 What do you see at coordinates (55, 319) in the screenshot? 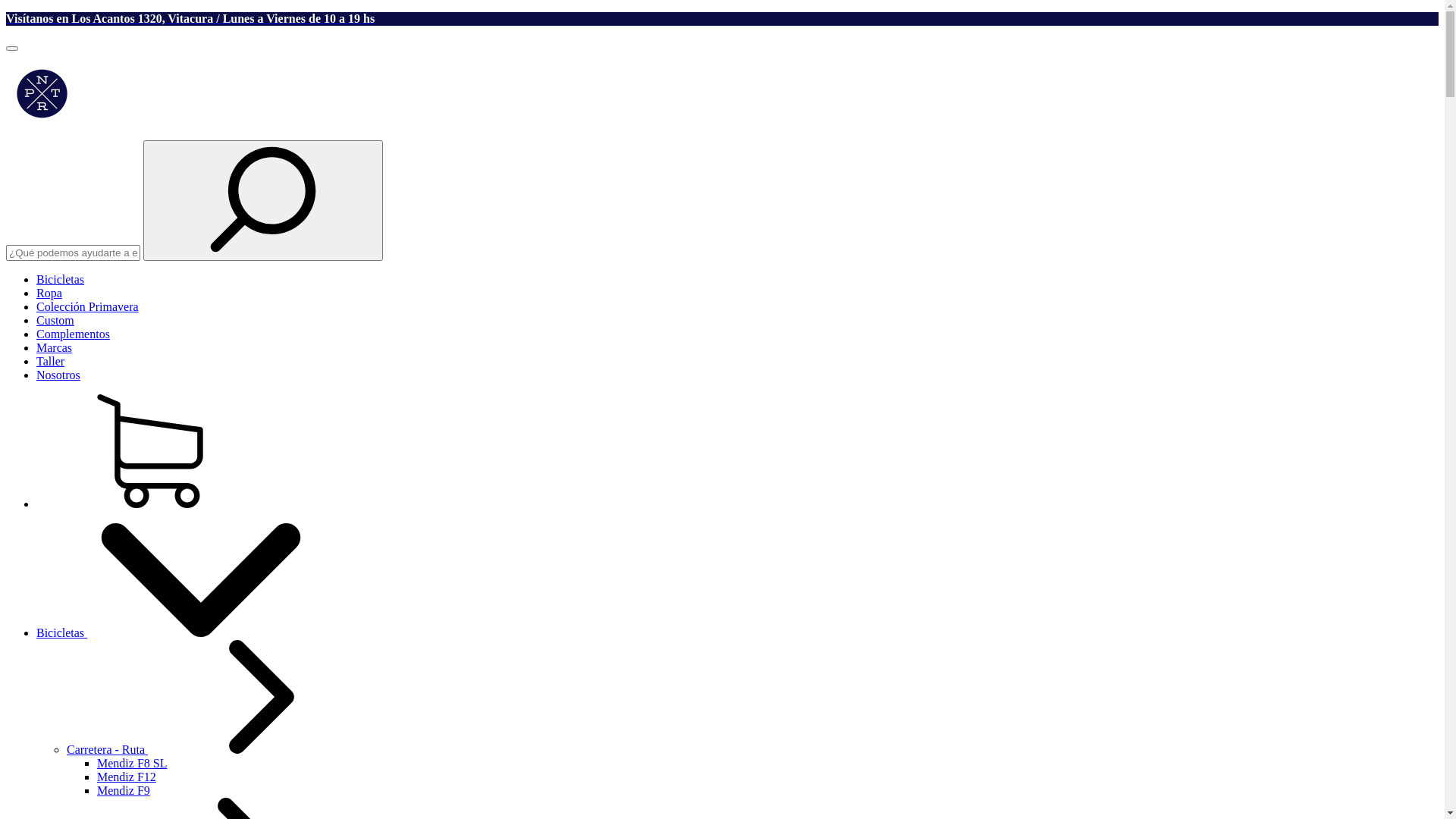
I see `'Custom'` at bounding box center [55, 319].